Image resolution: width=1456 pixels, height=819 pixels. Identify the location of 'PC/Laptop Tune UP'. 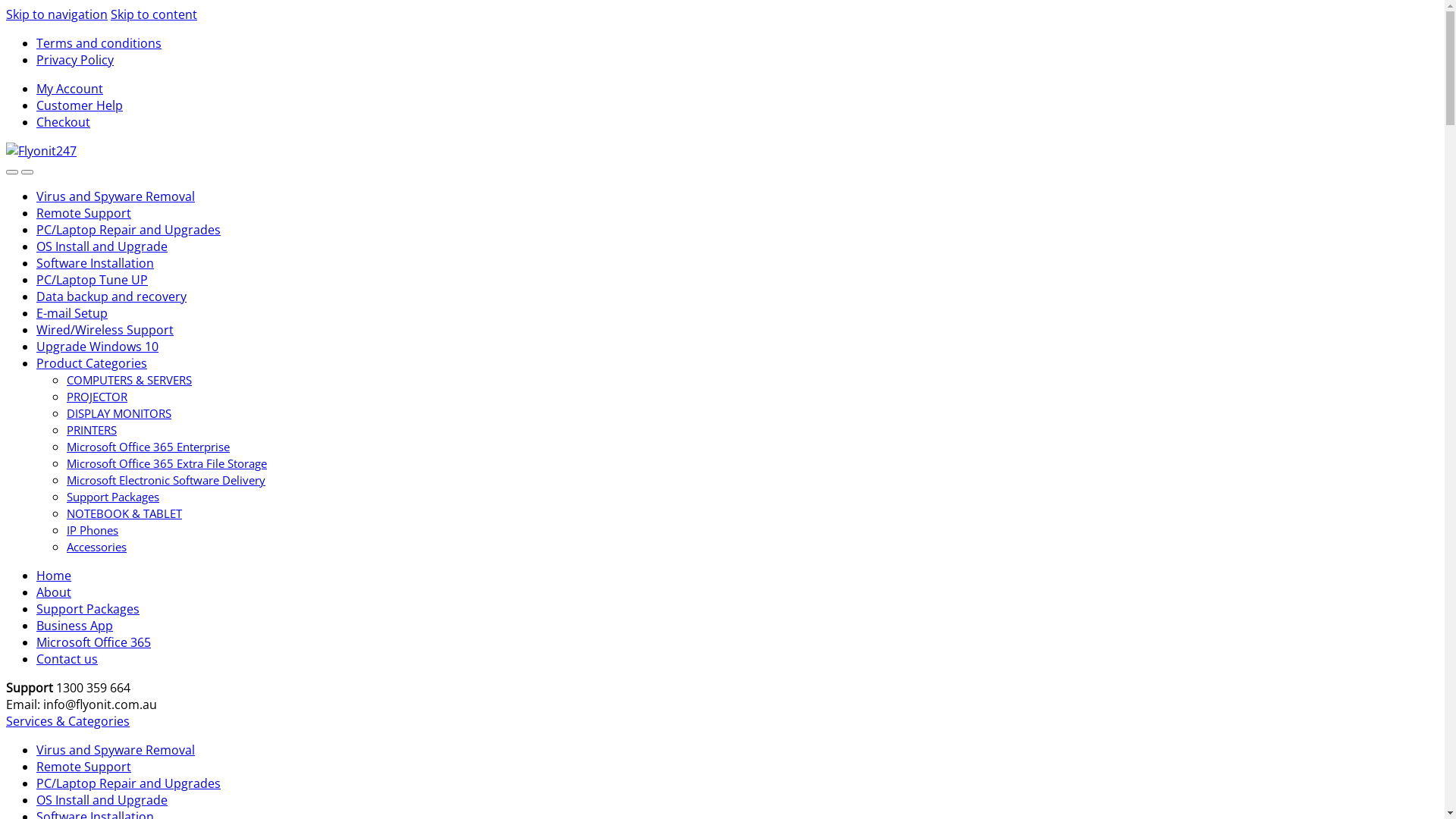
(91, 280).